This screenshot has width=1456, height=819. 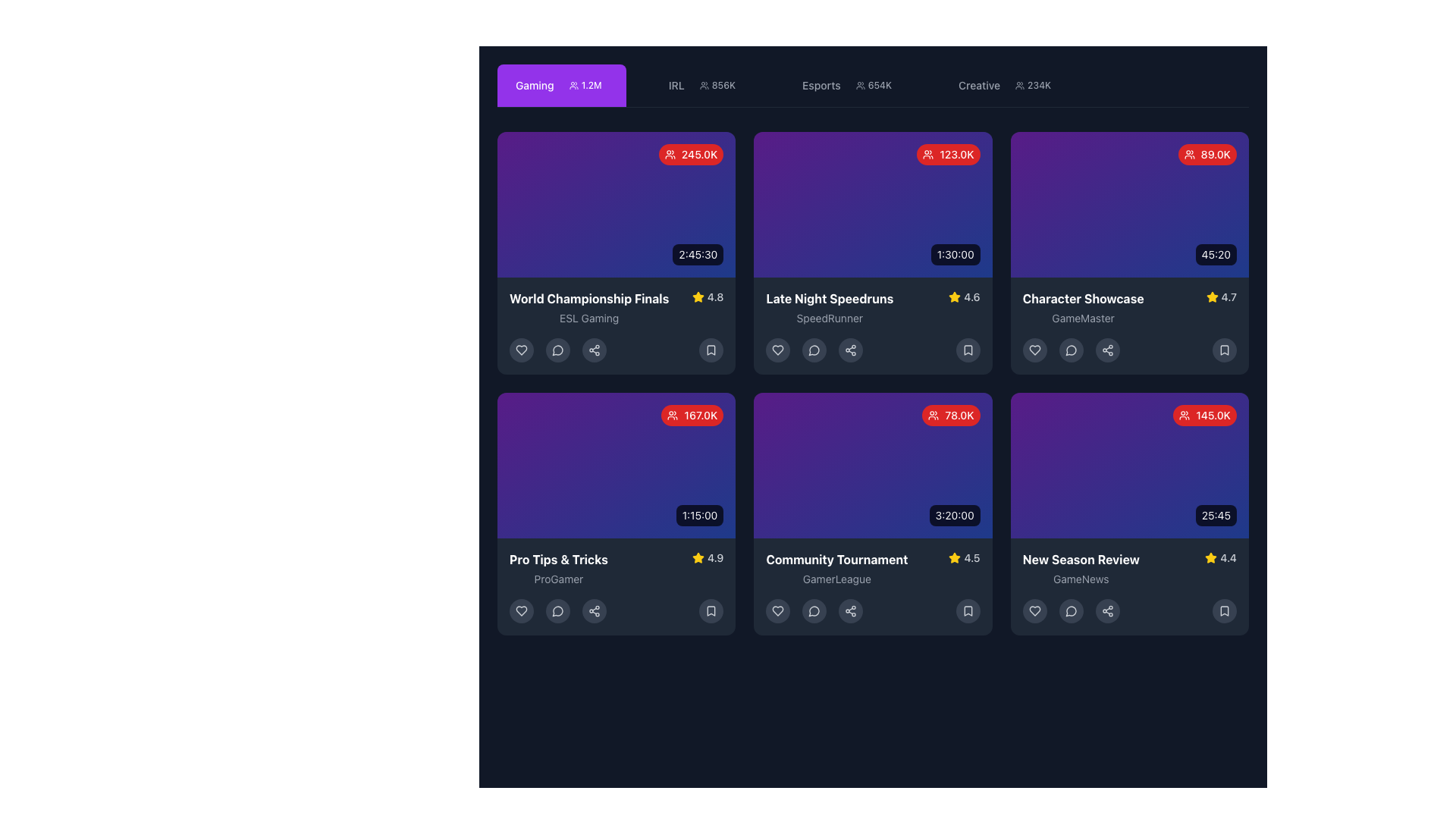 What do you see at coordinates (711, 610) in the screenshot?
I see `the circular button with a dark gray background and a gray bookmark icon at its center, located at the bottom of the 'Pro Tips & Tricks' card to bookmark content` at bounding box center [711, 610].